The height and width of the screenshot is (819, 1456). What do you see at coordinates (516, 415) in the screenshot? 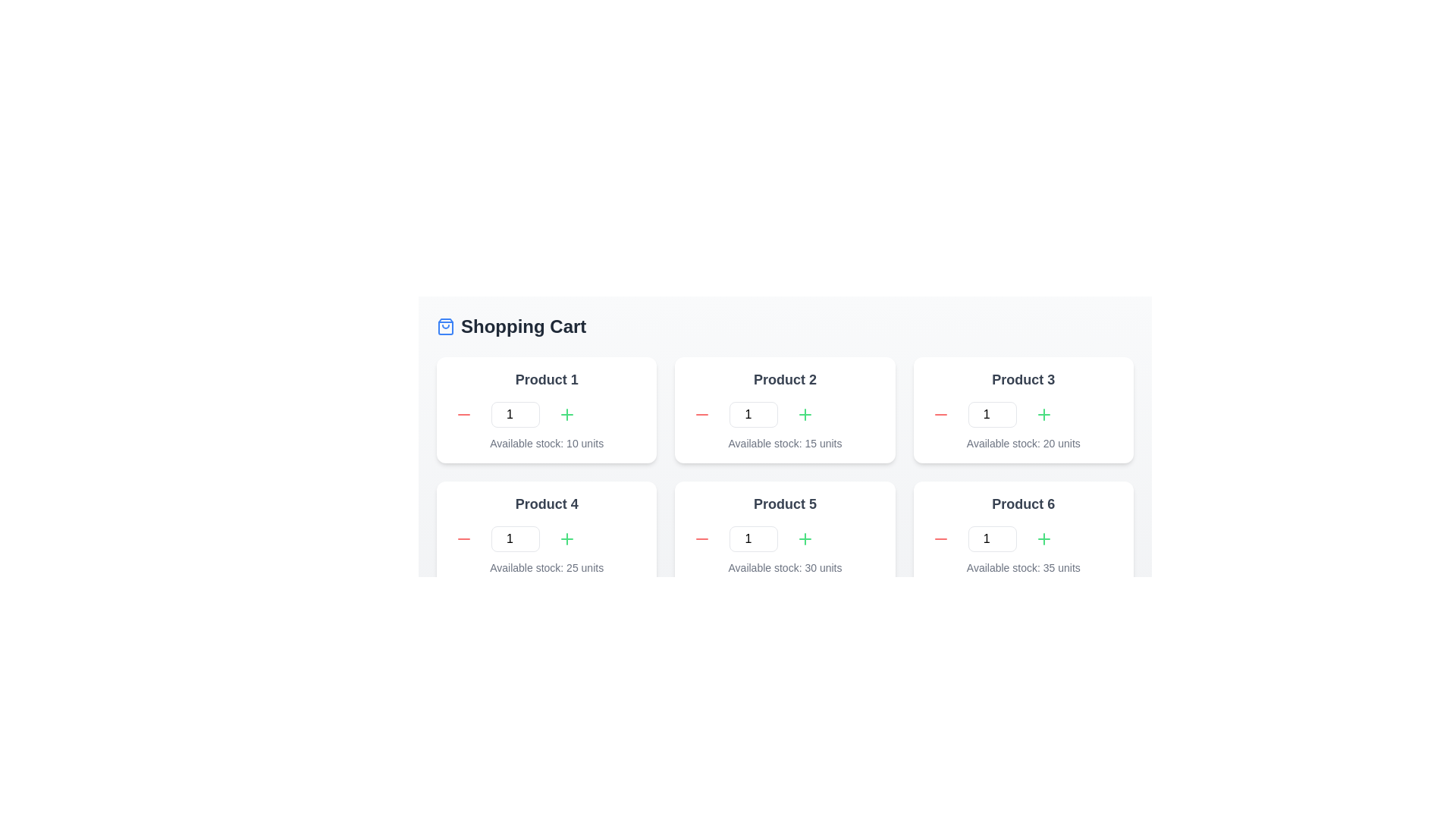
I see `the number input field for 'Product 1' to focus on it` at bounding box center [516, 415].